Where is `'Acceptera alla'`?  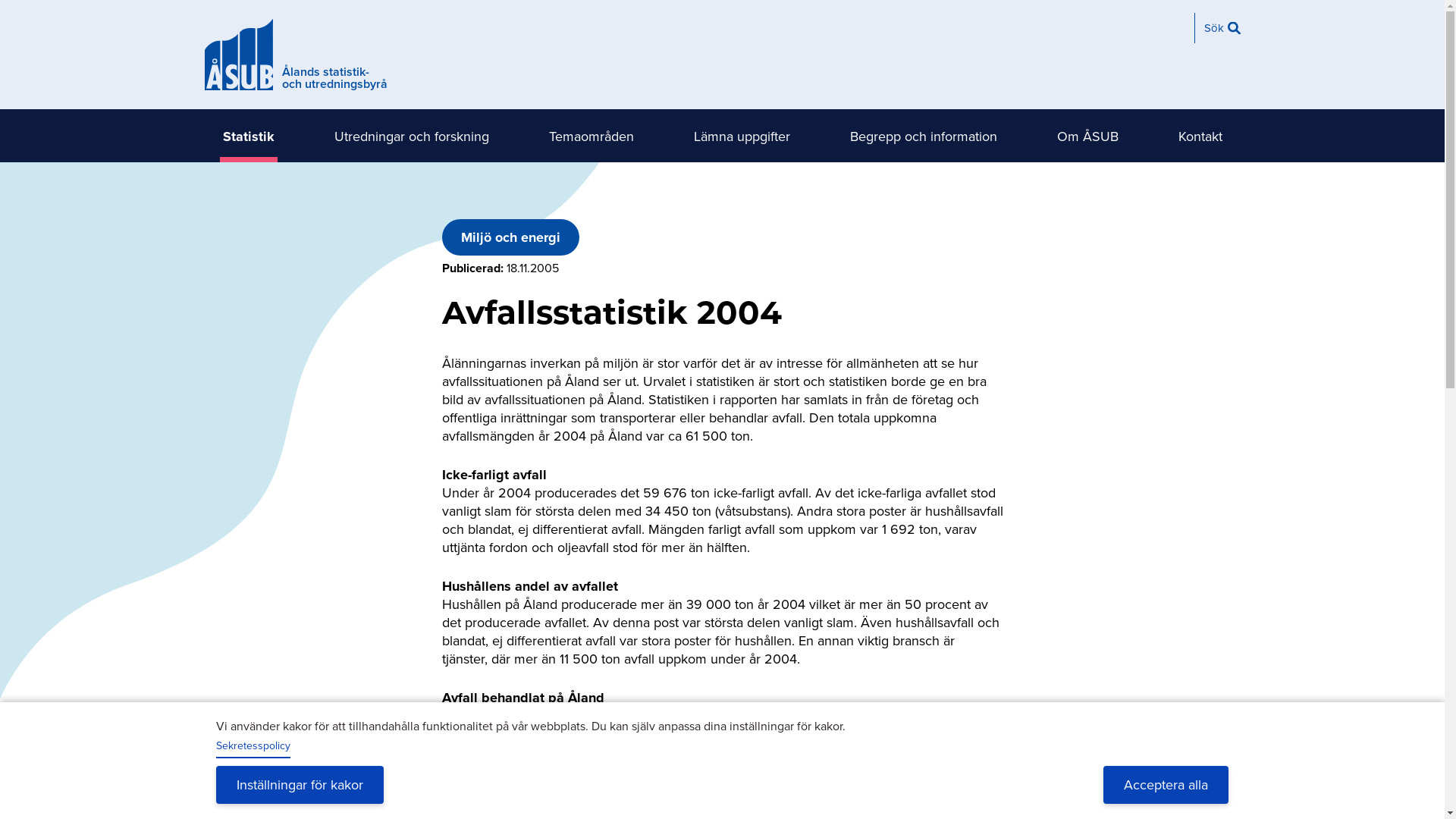
'Acceptera alla' is located at coordinates (1165, 784).